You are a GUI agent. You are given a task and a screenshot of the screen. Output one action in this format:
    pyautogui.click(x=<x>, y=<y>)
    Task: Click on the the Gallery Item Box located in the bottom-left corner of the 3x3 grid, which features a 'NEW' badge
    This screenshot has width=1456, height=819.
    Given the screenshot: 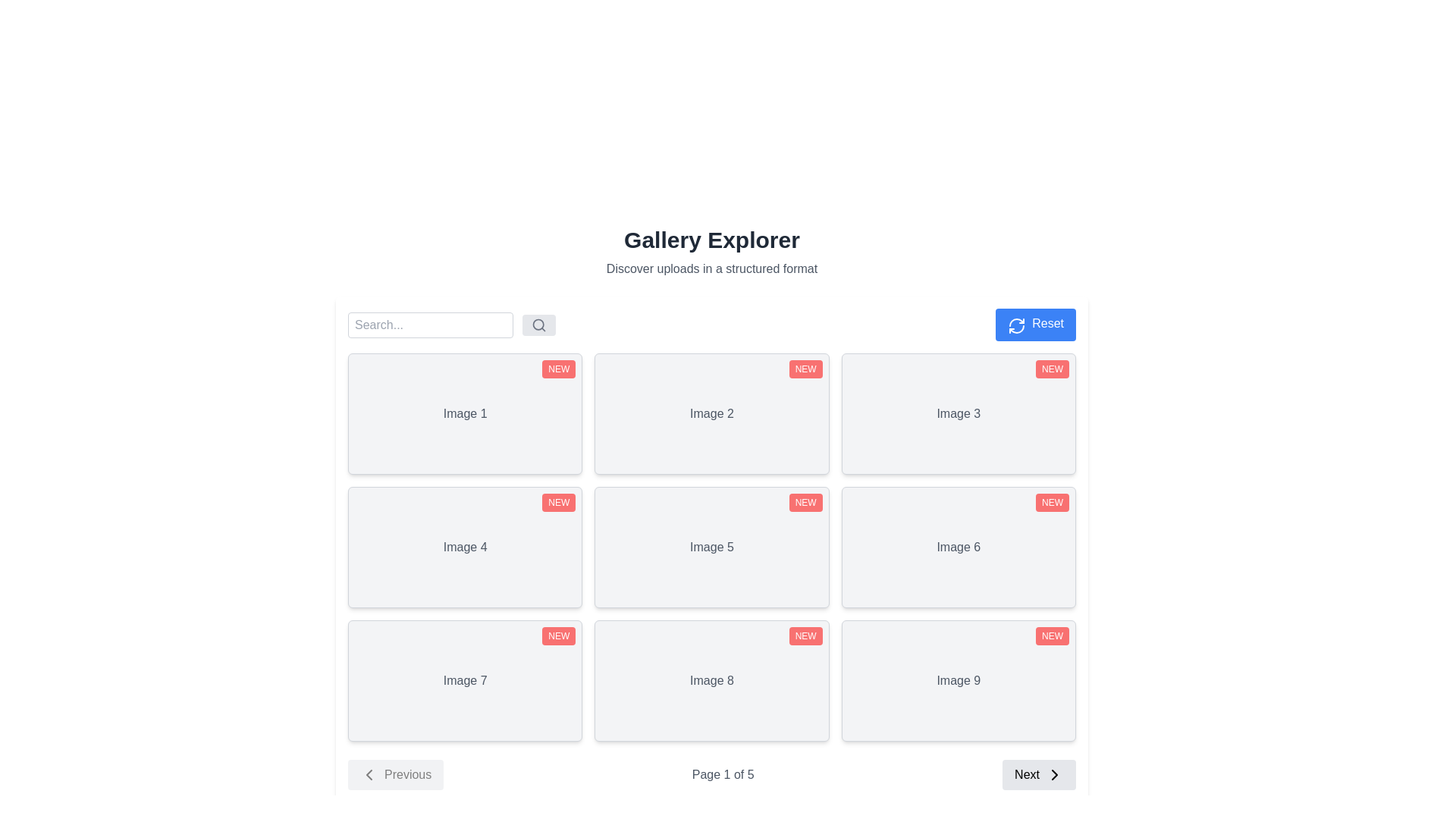 What is the action you would take?
    pyautogui.click(x=464, y=680)
    